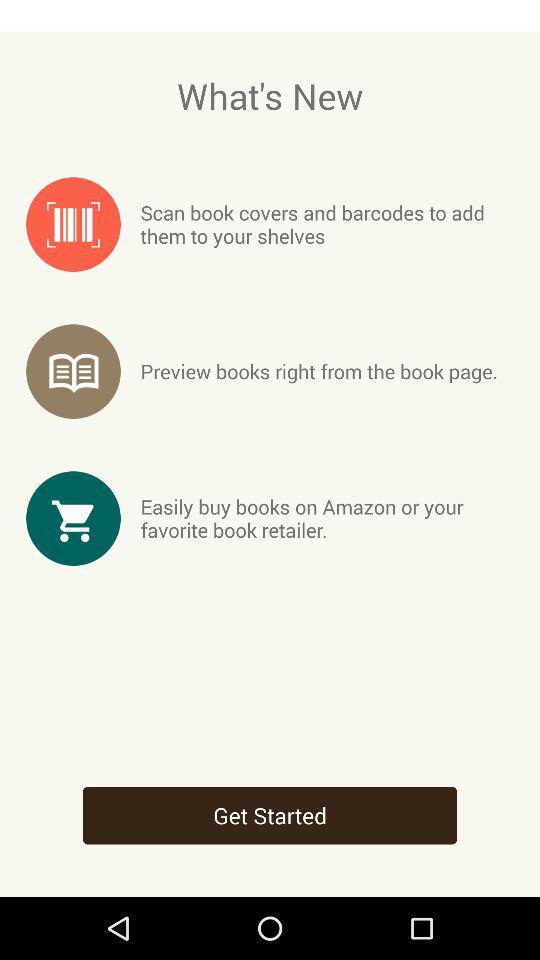 The height and width of the screenshot is (960, 540). What do you see at coordinates (327, 517) in the screenshot?
I see `item above get started` at bounding box center [327, 517].